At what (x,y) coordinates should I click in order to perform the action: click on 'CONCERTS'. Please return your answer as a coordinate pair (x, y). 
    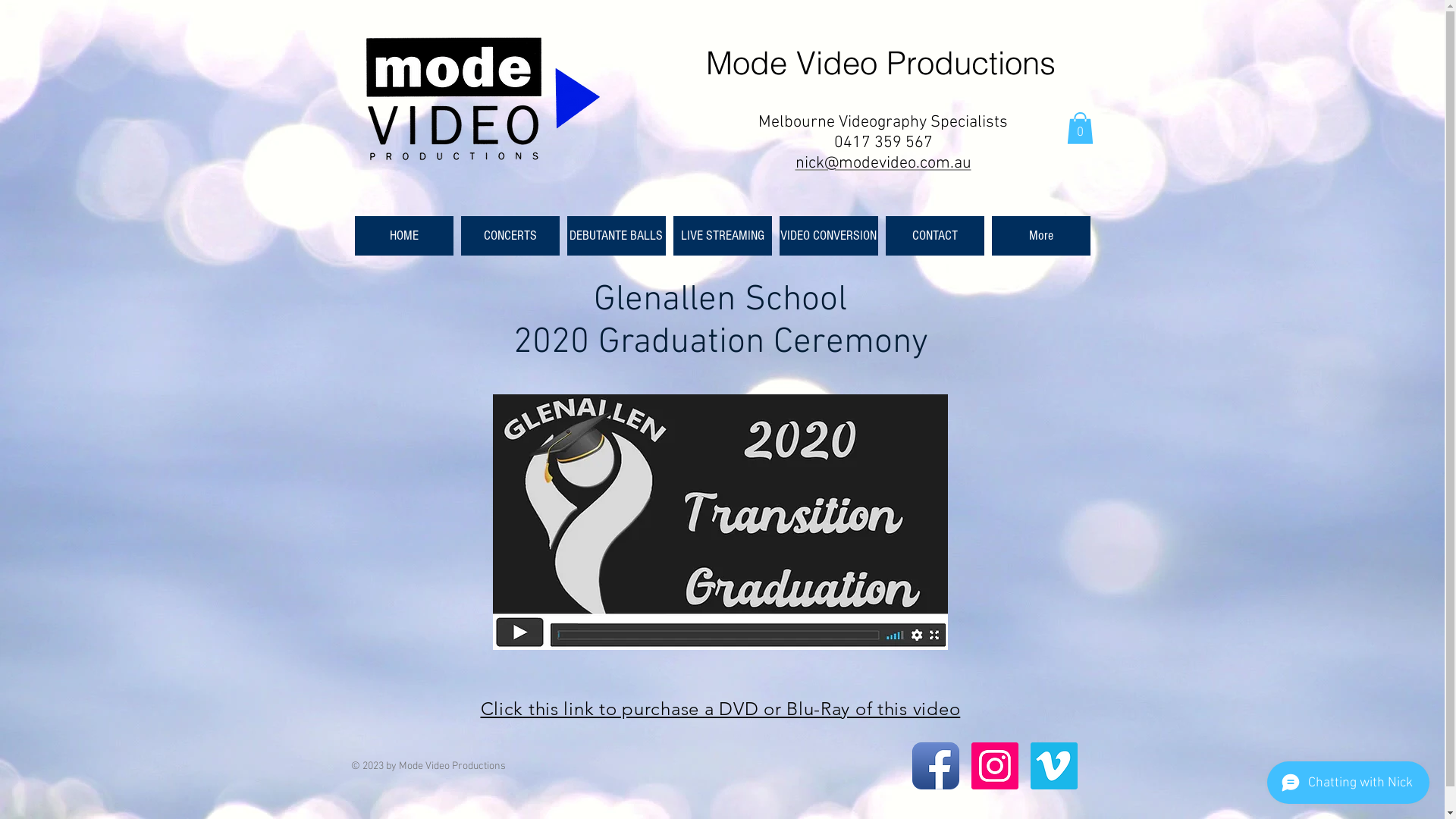
    Looking at the image, I should click on (510, 236).